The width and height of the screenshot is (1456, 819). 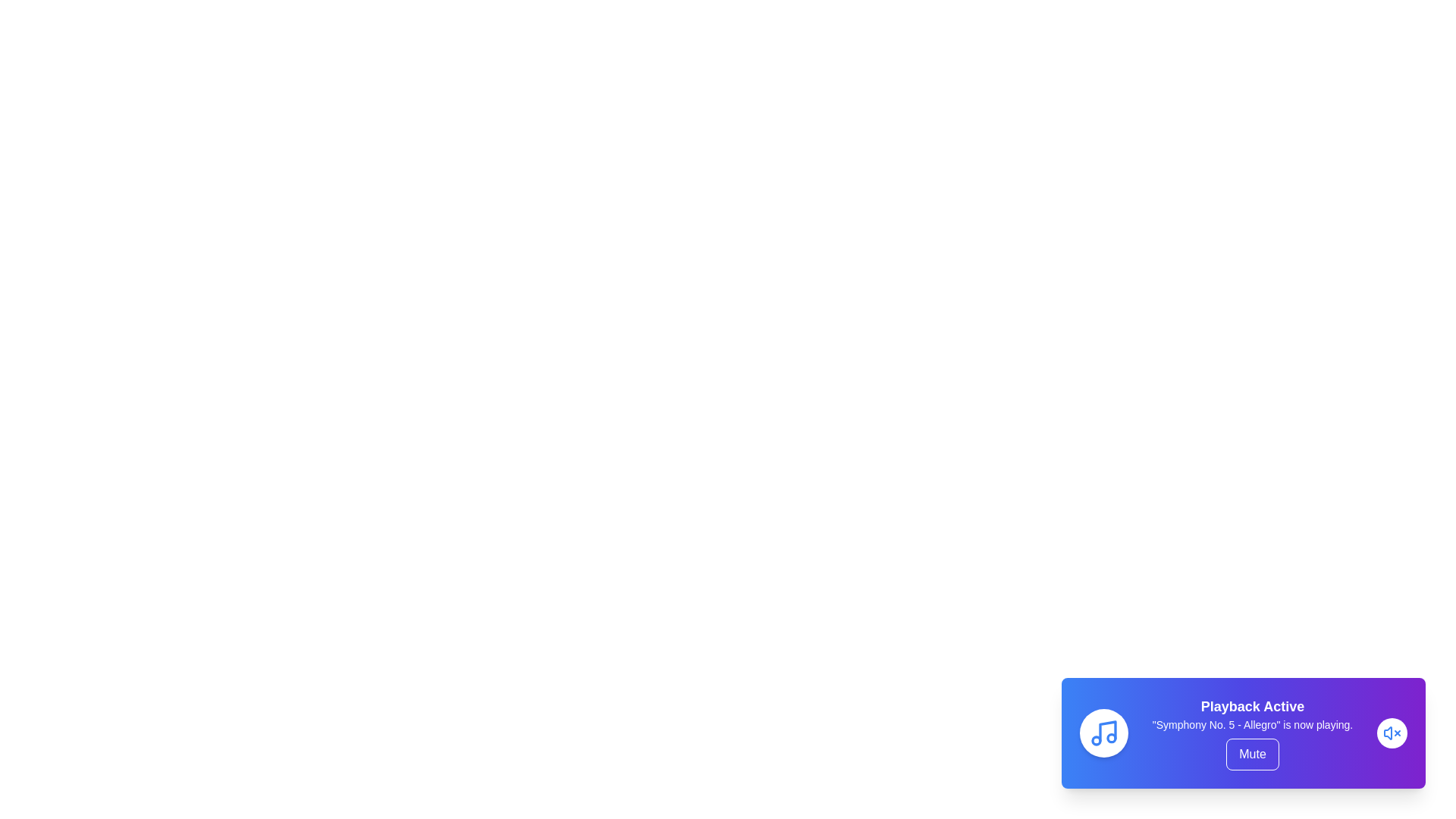 What do you see at coordinates (1392, 733) in the screenshot?
I see `the dismiss button located at the bottom-right corner of the snackbar` at bounding box center [1392, 733].